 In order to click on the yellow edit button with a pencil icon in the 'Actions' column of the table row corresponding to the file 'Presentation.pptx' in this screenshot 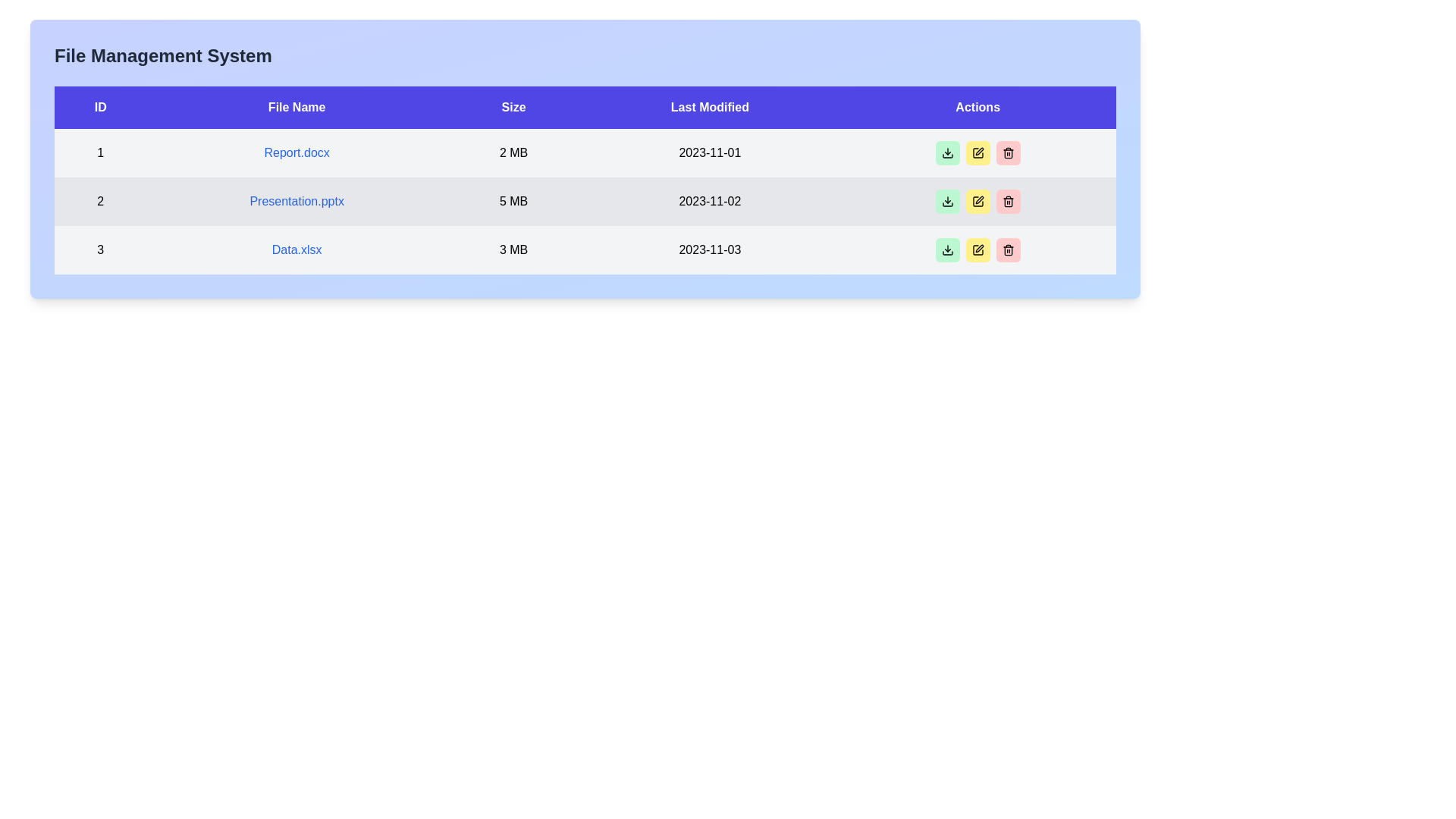, I will do `click(977, 201)`.